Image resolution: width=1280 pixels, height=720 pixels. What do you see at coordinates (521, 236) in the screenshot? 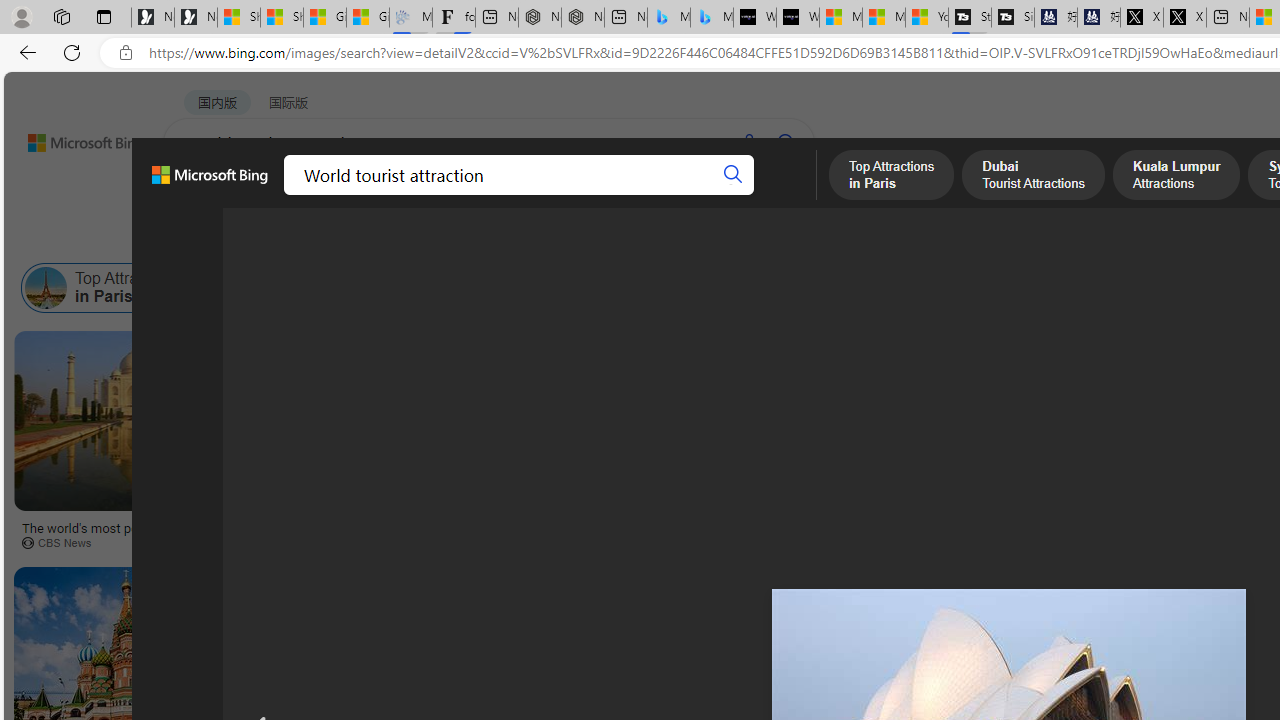
I see `'People'` at bounding box center [521, 236].